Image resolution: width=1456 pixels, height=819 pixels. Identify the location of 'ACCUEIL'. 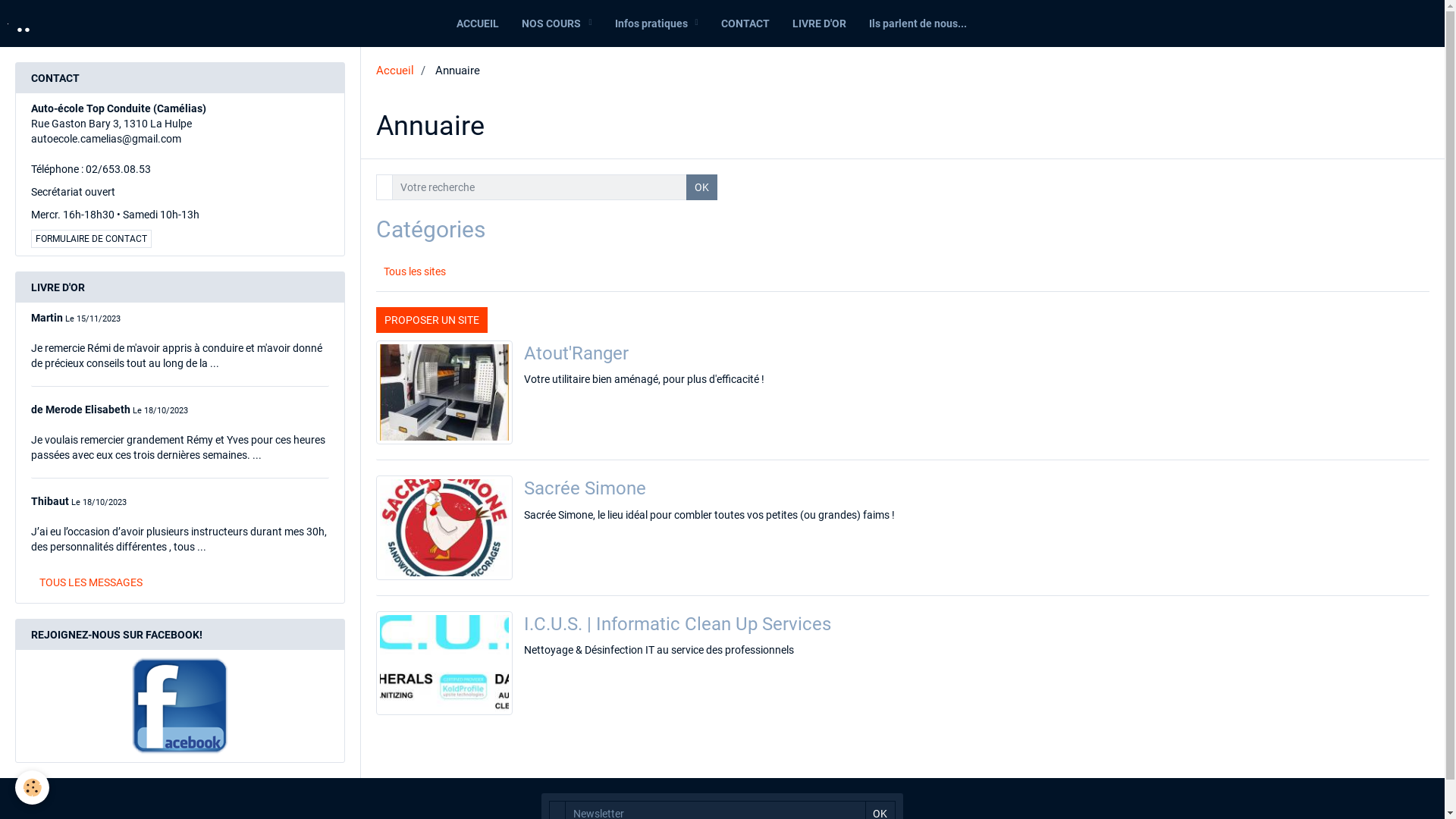
(476, 23).